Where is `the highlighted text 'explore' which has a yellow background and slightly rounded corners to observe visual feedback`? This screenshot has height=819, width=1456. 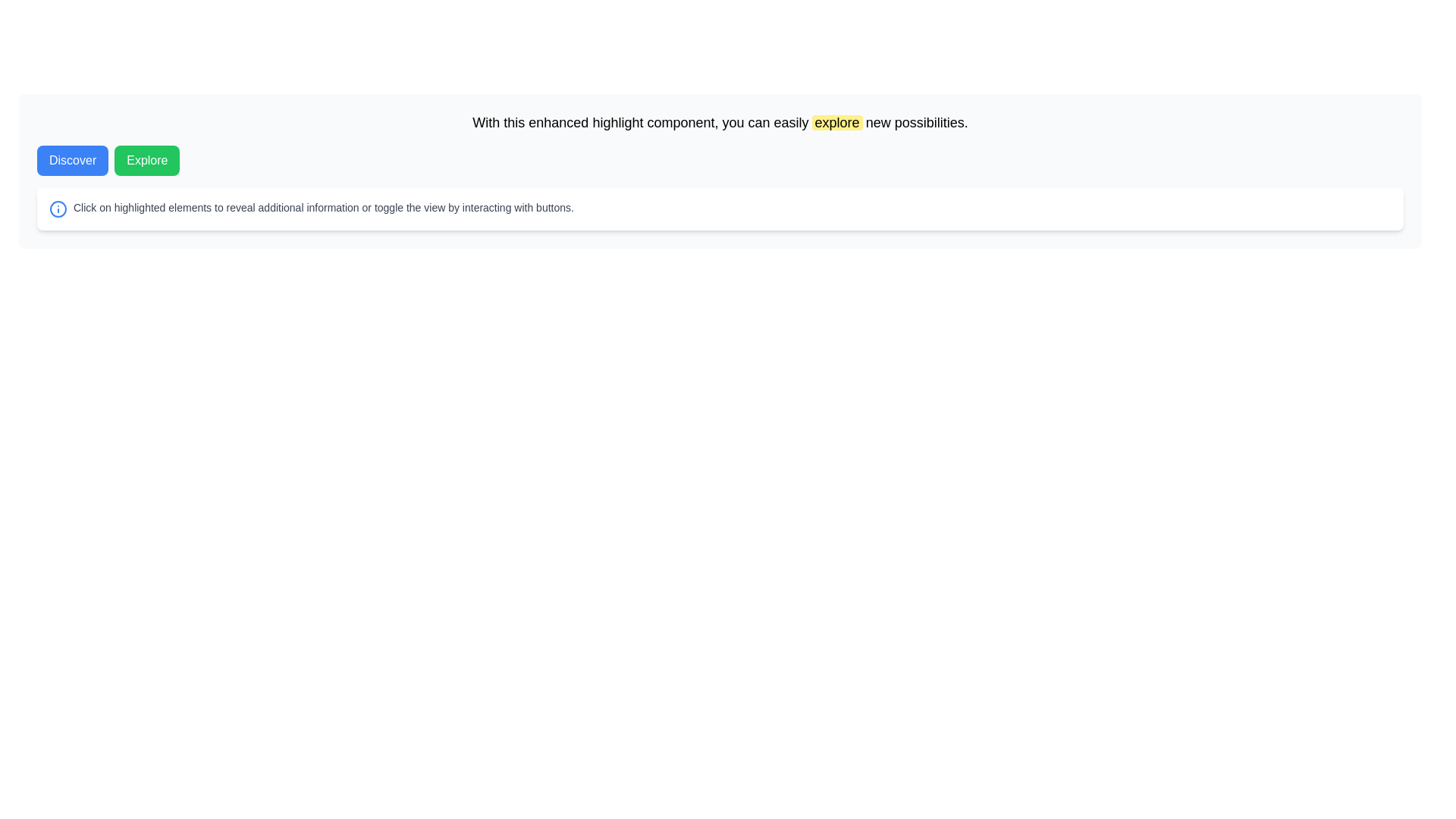
the highlighted text 'explore' which has a yellow background and slightly rounded corners to observe visual feedback is located at coordinates (836, 122).